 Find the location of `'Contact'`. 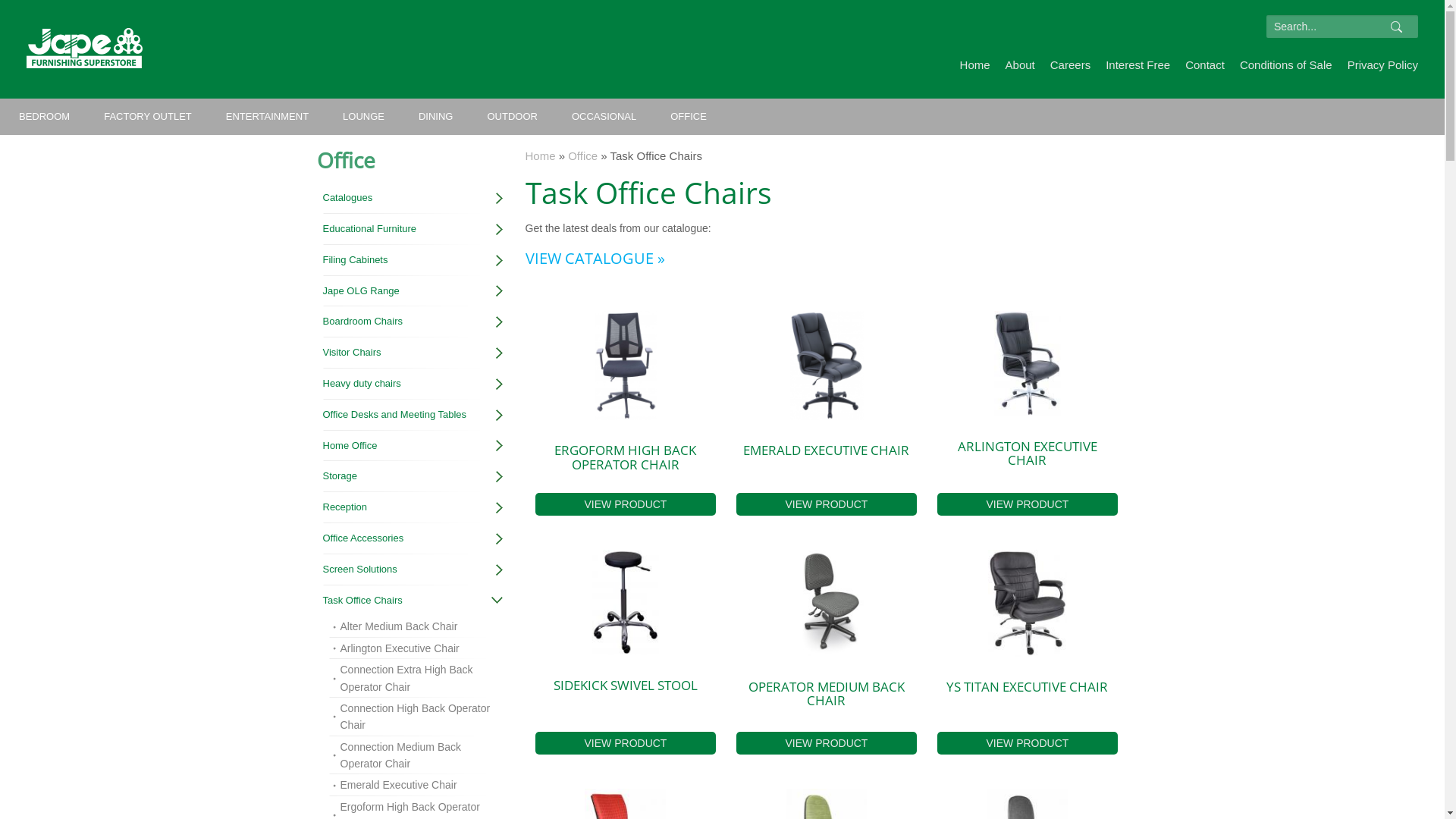

'Contact' is located at coordinates (1203, 64).